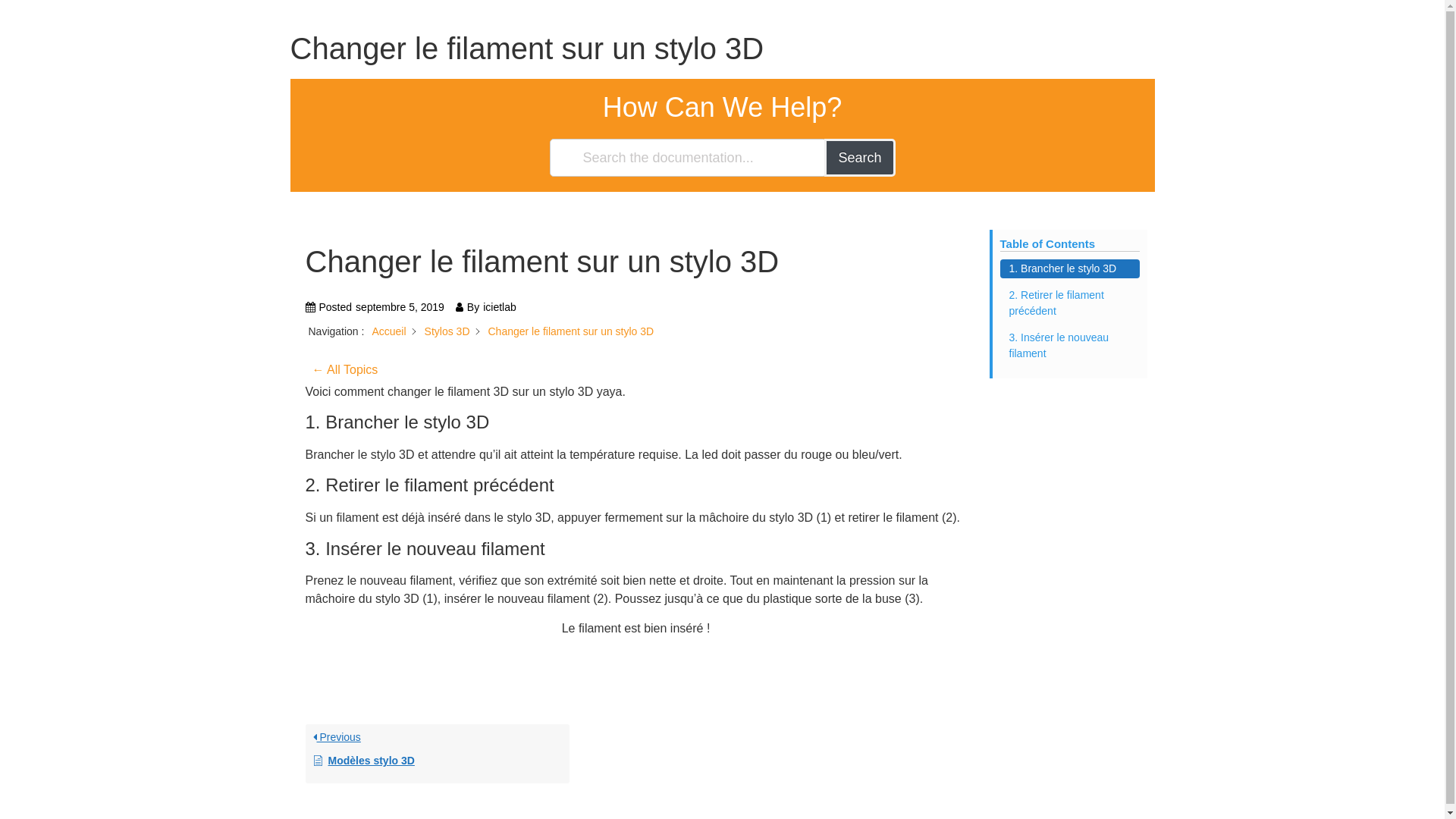 The image size is (1456, 819). Describe the element at coordinates (999, 268) in the screenshot. I see `'1. Brancher le stylo 3D'` at that location.